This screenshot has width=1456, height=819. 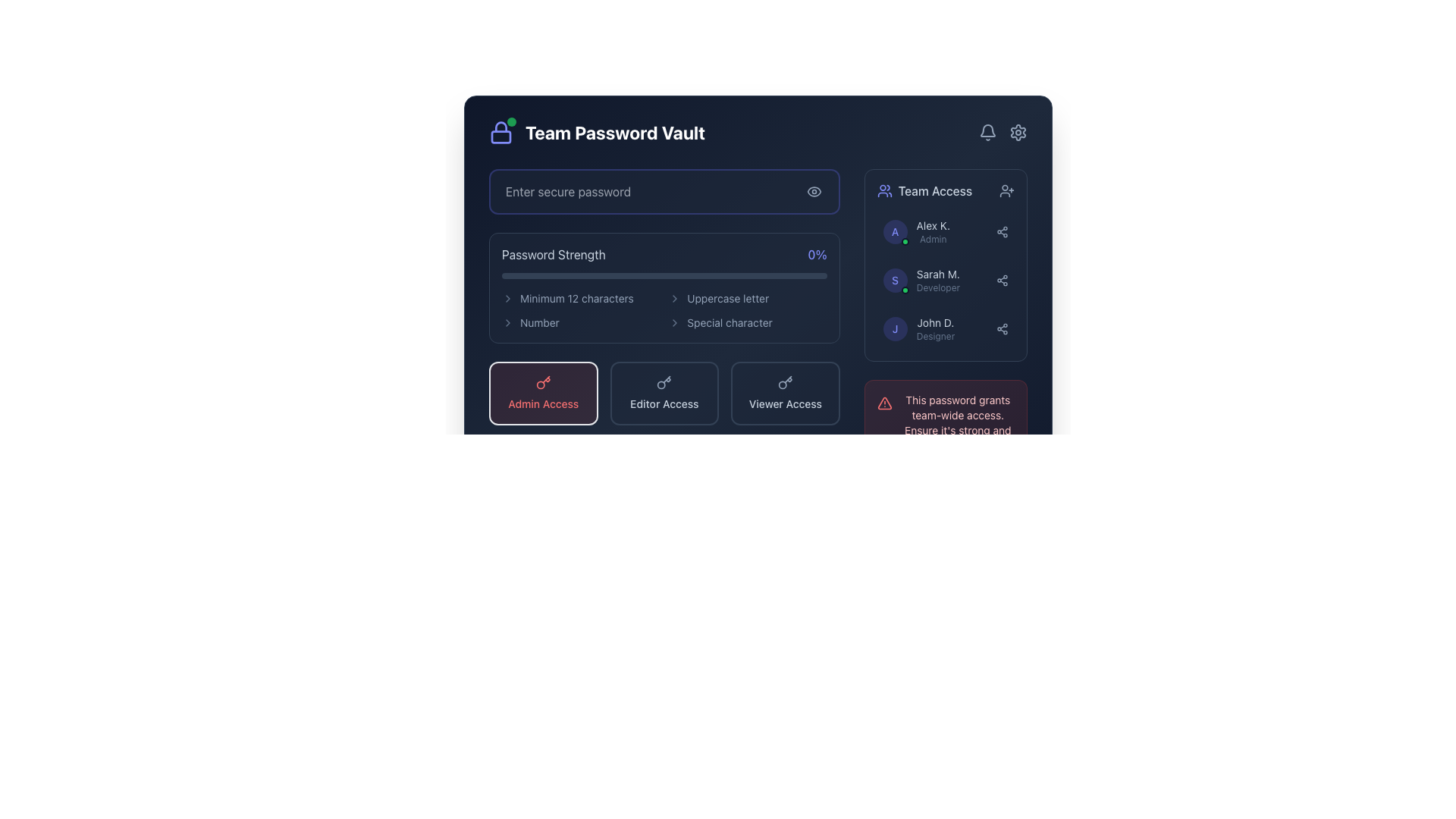 What do you see at coordinates (932, 231) in the screenshot?
I see `the text element displaying the user's name 'Alex K.' and role 'Admin' in the 'Team Access' panel, located at the top of the vertical list of user roles` at bounding box center [932, 231].